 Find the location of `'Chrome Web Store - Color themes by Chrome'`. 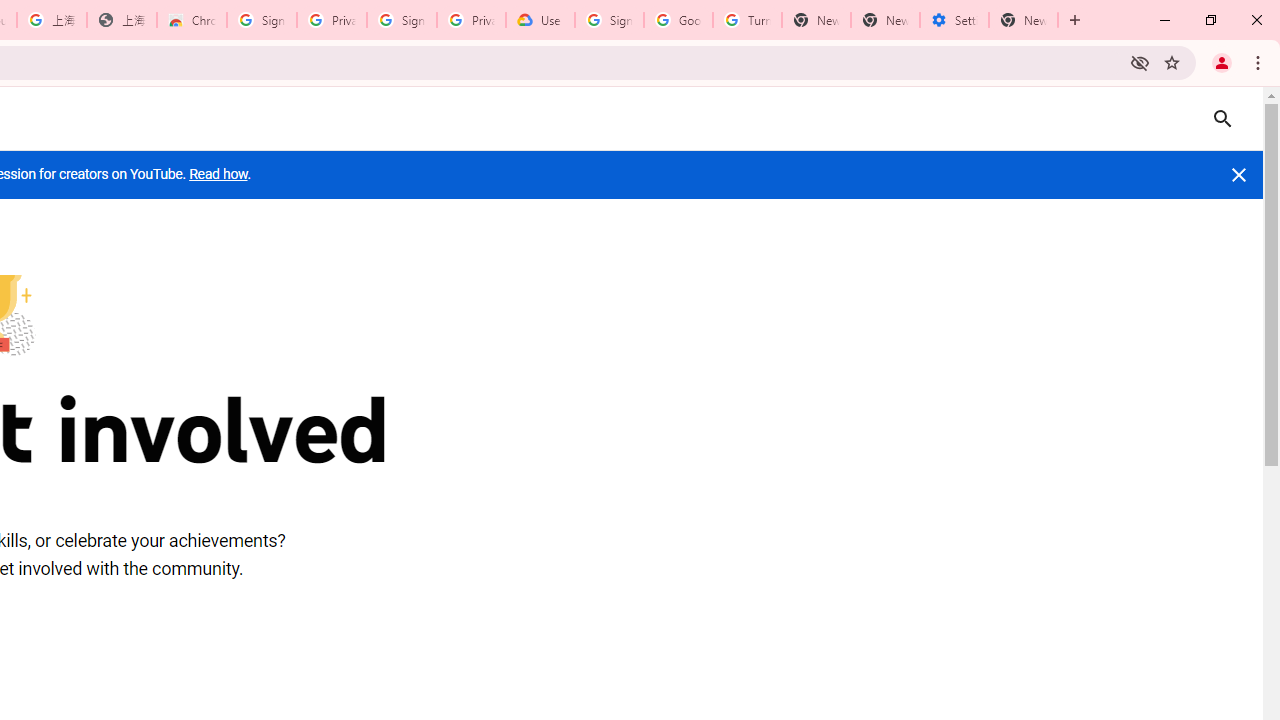

'Chrome Web Store - Color themes by Chrome' is located at coordinates (192, 20).